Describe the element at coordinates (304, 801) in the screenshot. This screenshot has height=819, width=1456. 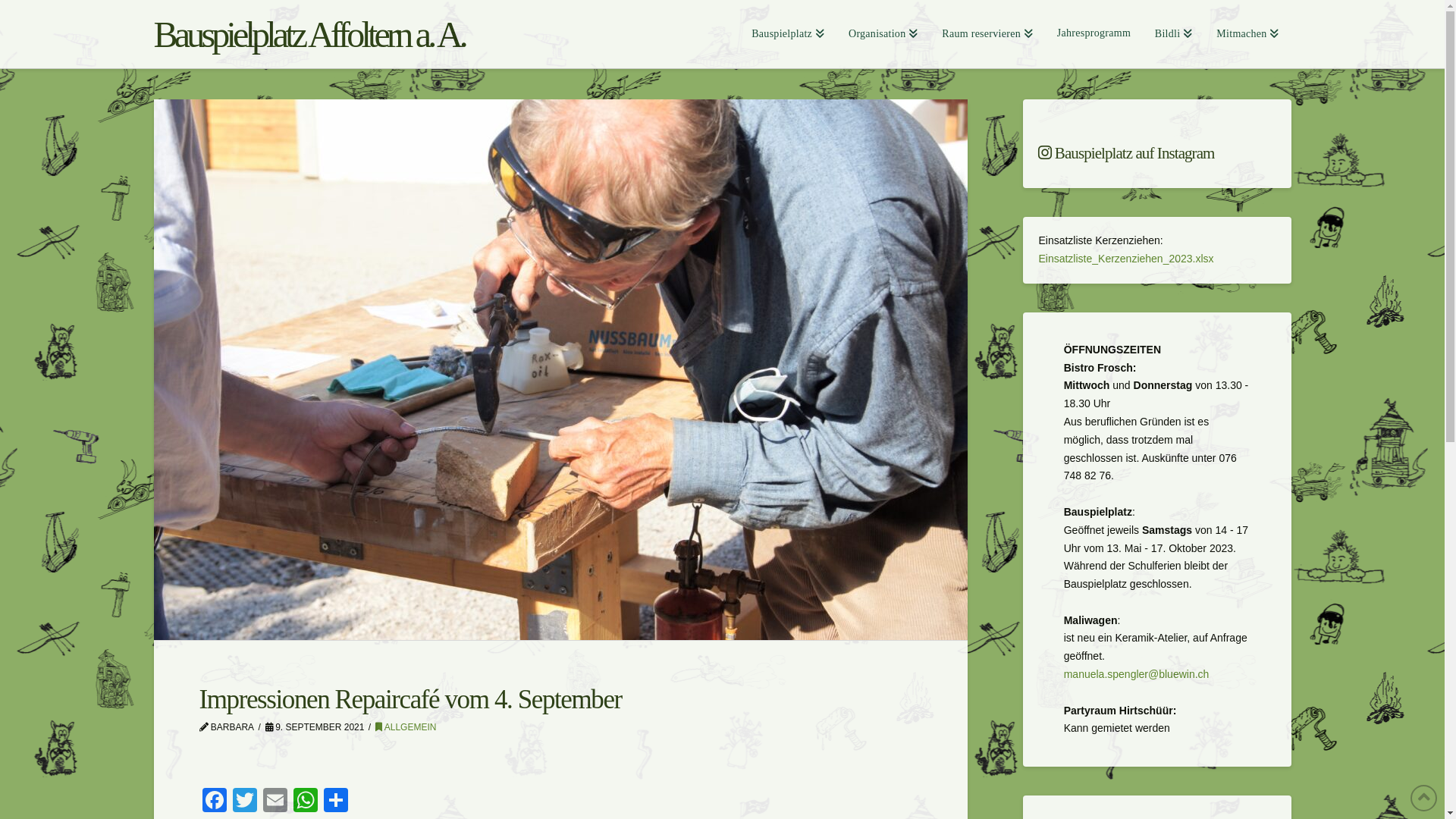
I see `'WhatsApp'` at that location.